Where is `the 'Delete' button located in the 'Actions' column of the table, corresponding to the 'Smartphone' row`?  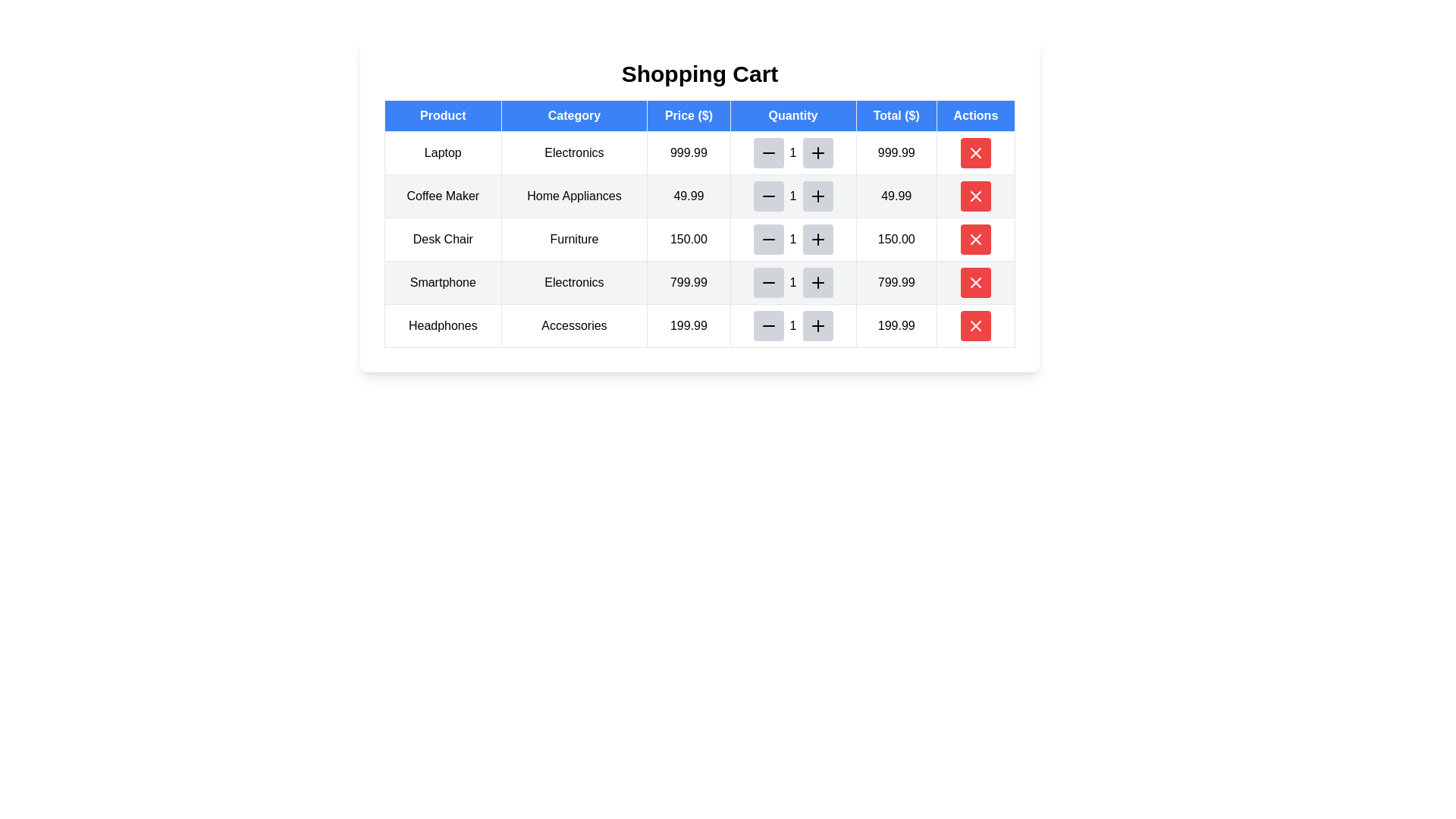 the 'Delete' button located in the 'Actions' column of the table, corresponding to the 'Smartphone' row is located at coordinates (975, 283).